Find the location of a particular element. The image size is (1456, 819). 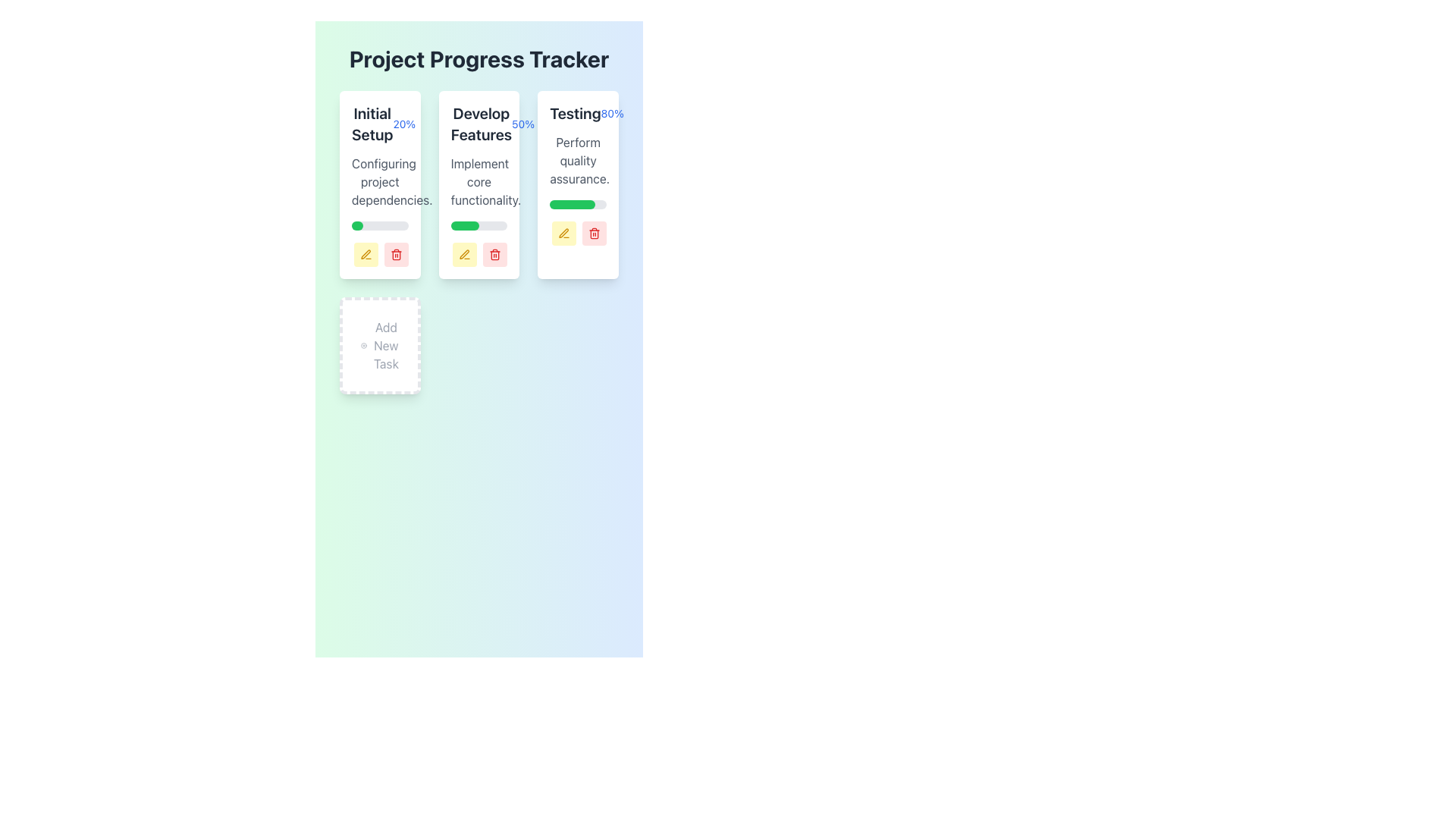

the edit SVG icon located in the third column titled 'Testing', positioned below the green progress bar of the 'Testing' task is located at coordinates (563, 234).